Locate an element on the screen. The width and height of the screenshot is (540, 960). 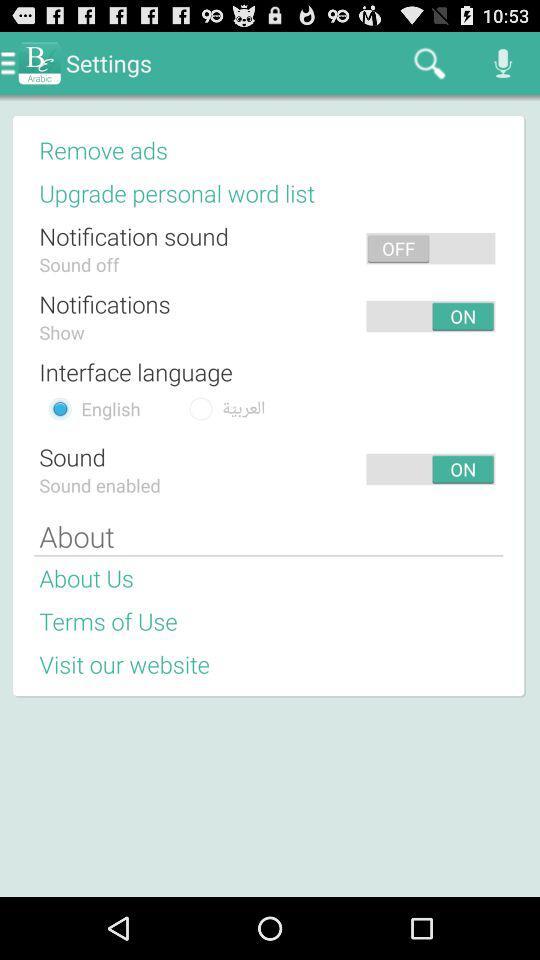
app next to the notifications app is located at coordinates (267, 316).